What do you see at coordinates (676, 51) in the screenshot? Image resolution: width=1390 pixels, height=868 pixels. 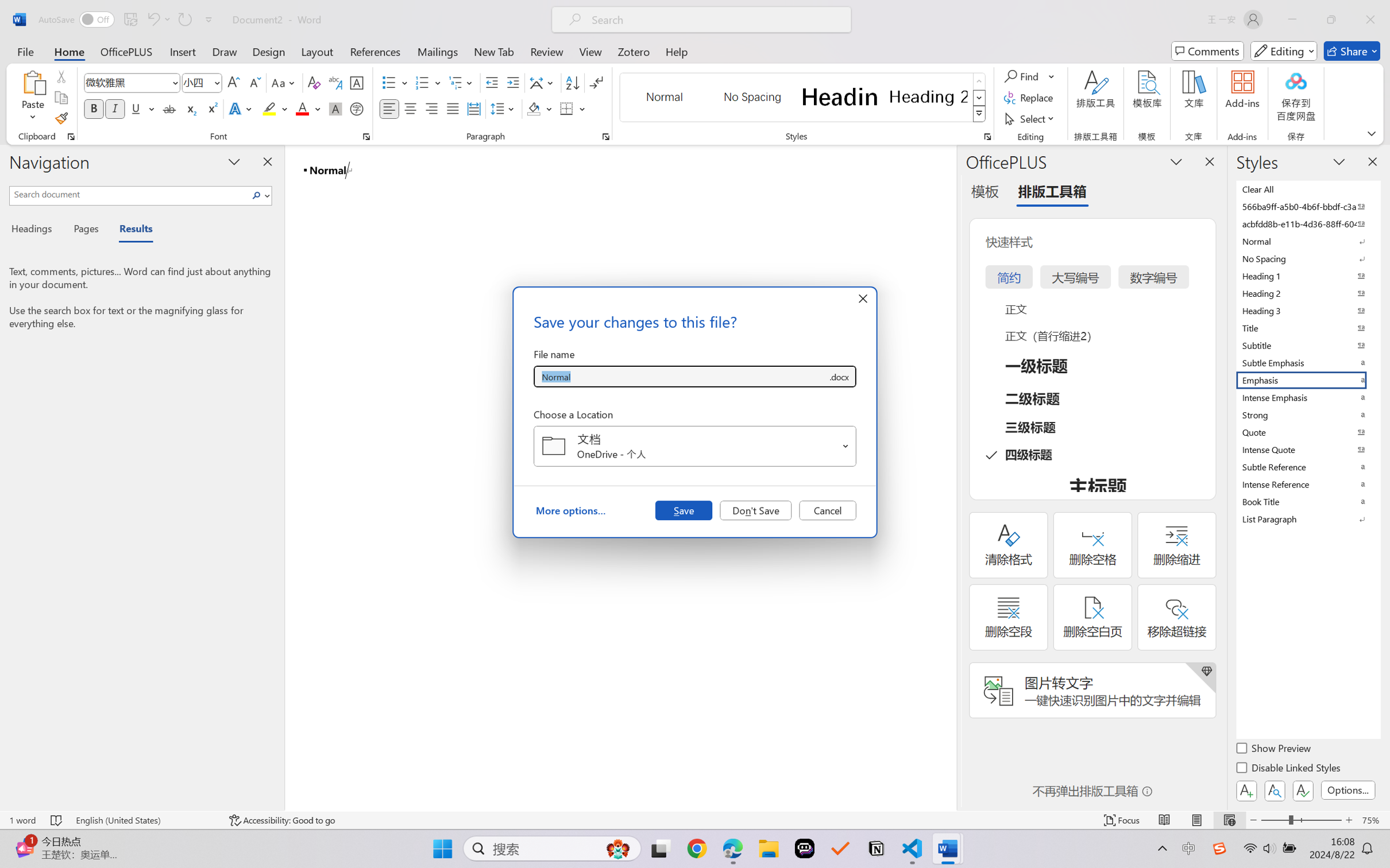 I see `'Help'` at bounding box center [676, 51].